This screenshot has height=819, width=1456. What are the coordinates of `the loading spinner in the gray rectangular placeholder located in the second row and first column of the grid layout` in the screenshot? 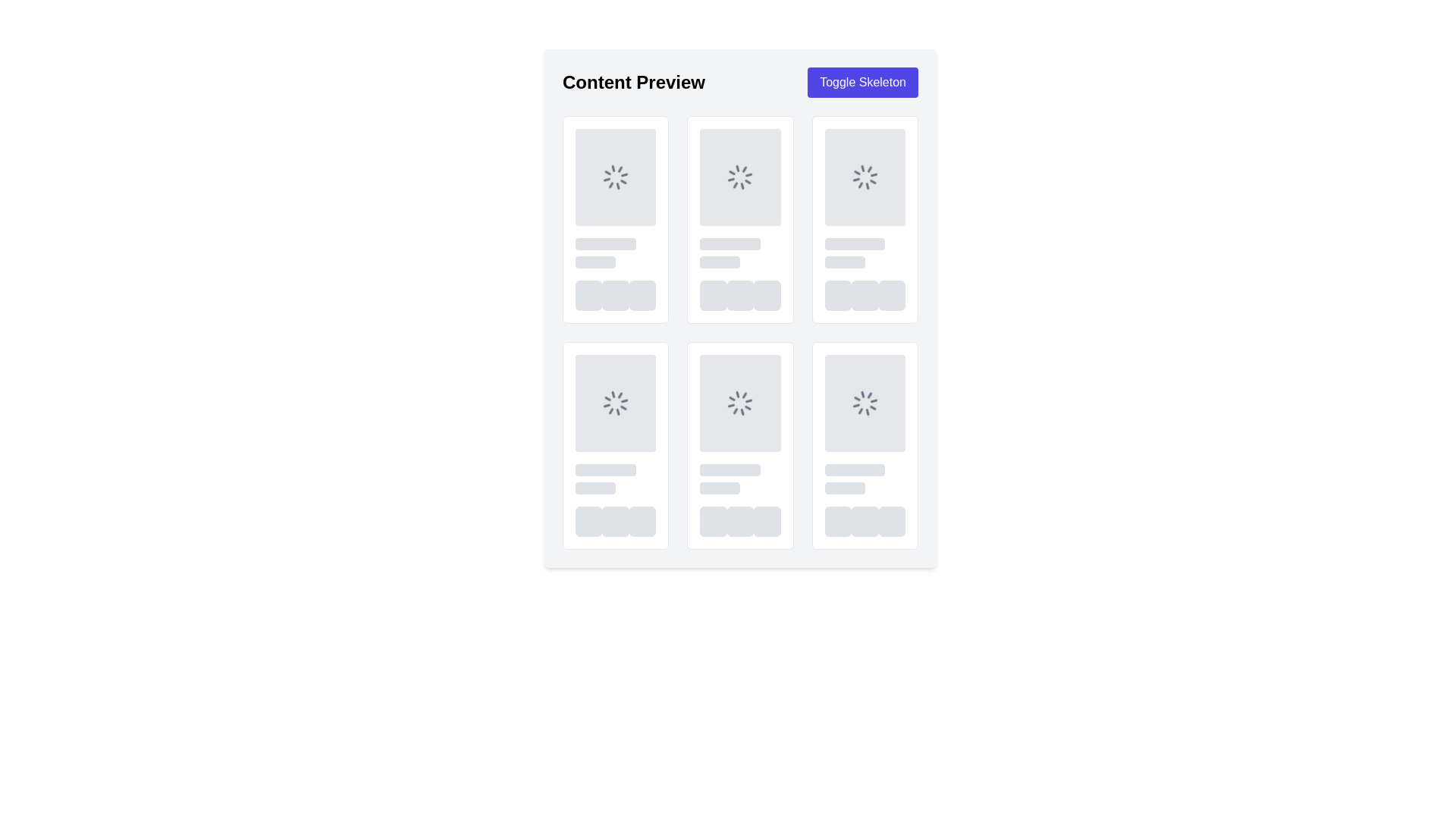 It's located at (616, 403).